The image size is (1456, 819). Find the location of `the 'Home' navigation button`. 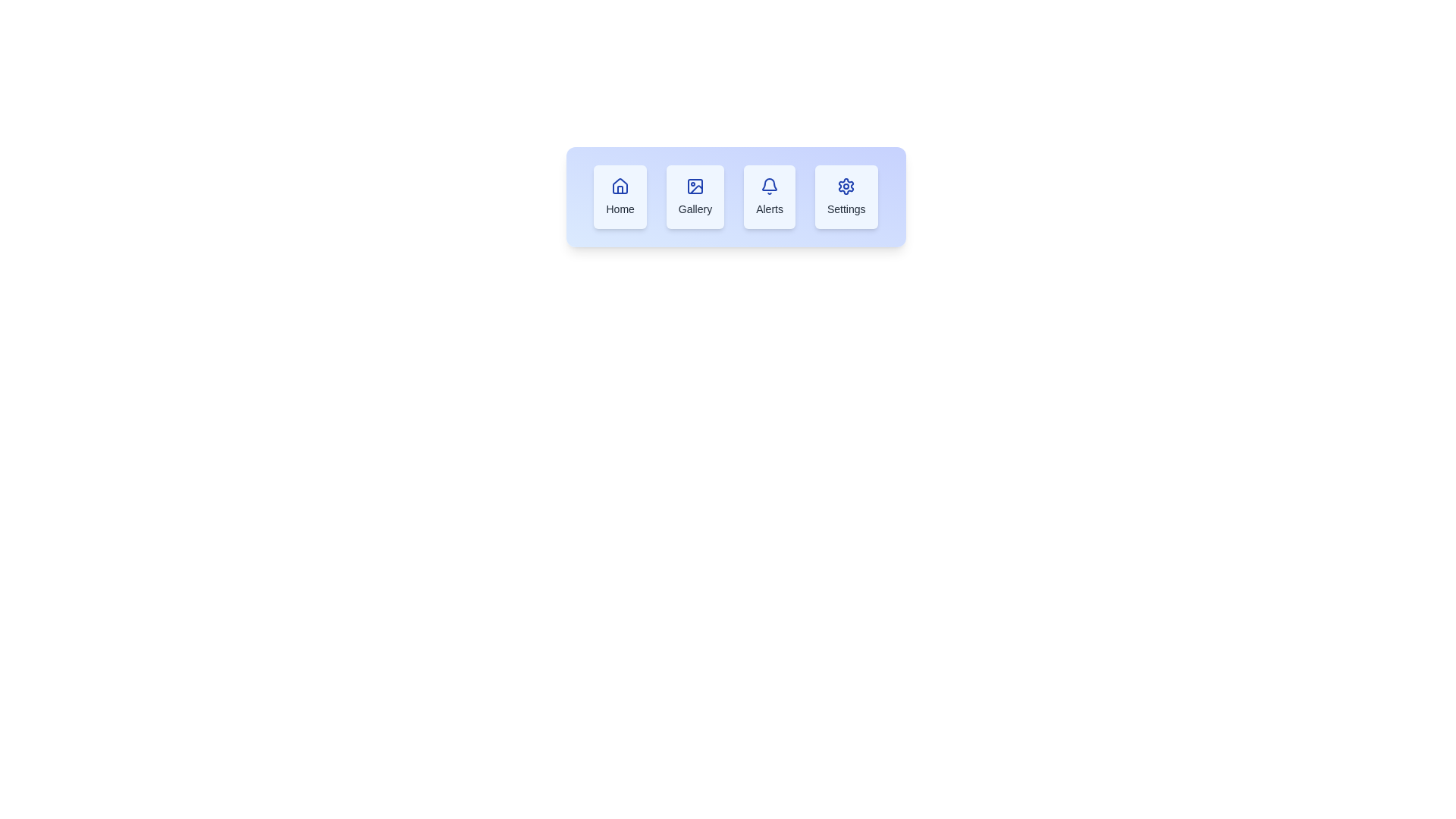

the 'Home' navigation button is located at coordinates (620, 196).